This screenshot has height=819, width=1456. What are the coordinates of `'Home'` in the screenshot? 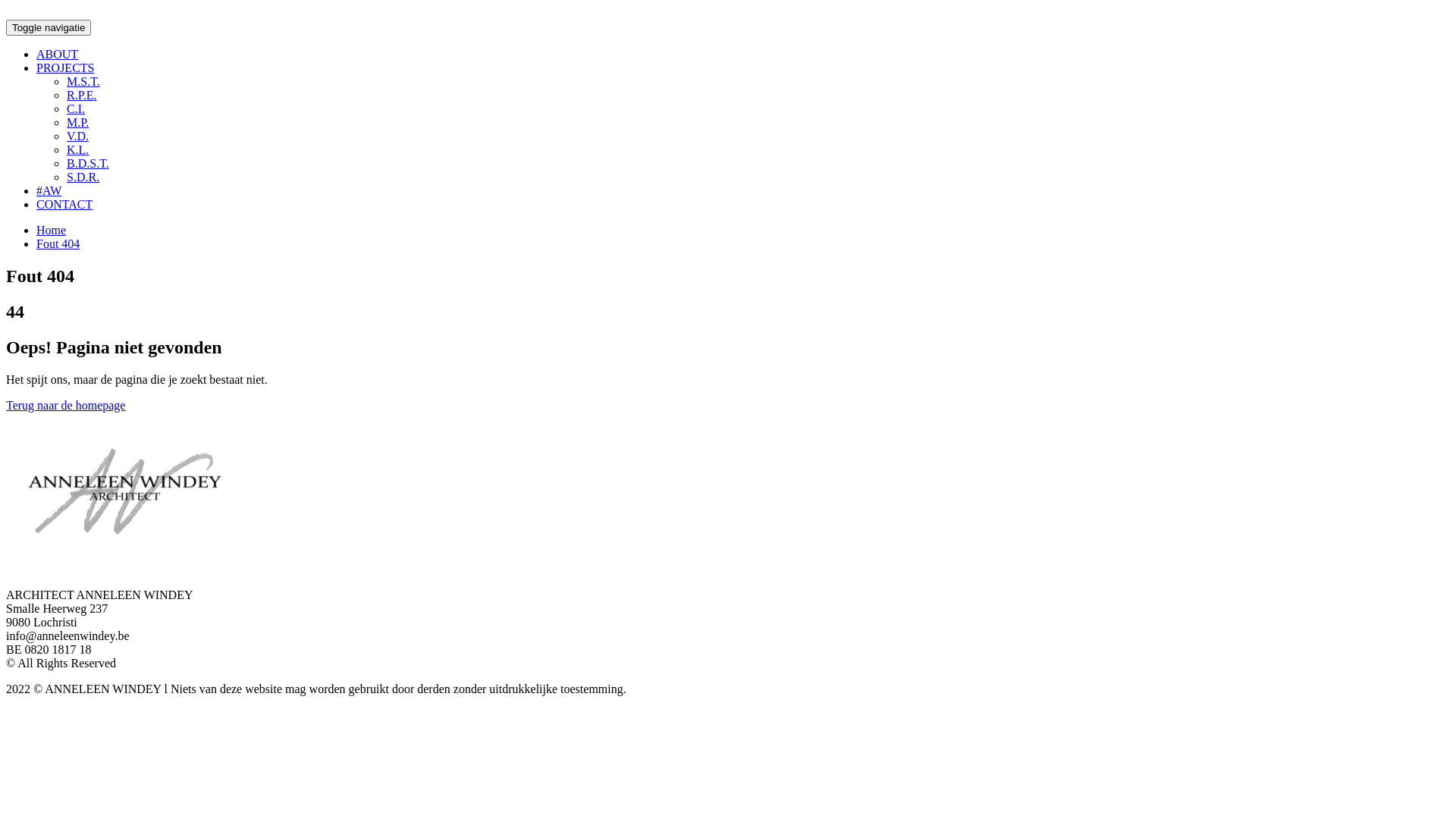 It's located at (51, 230).